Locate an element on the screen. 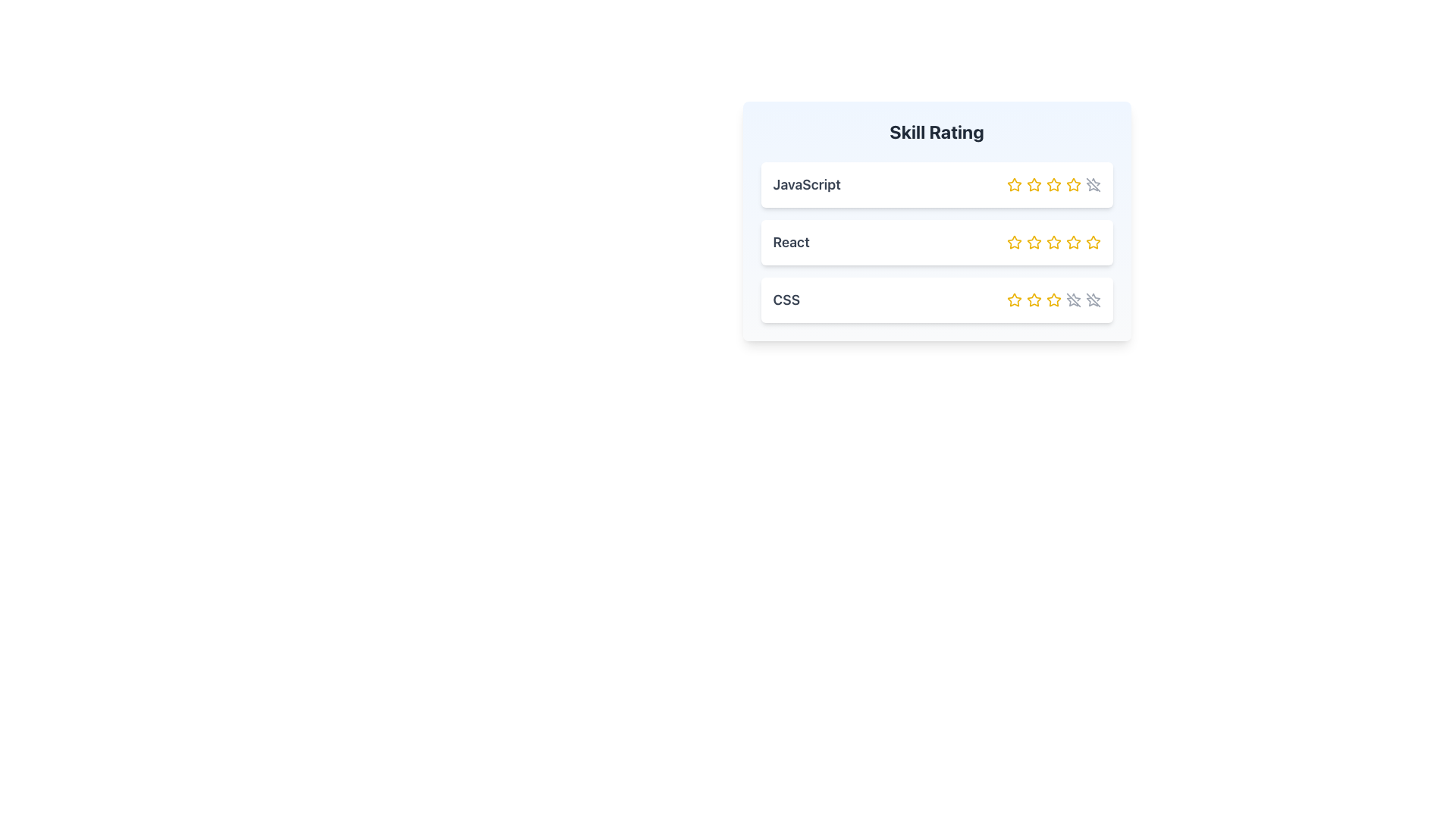  the second interactive star in the 'Skill Rating' card for 'React' is located at coordinates (1033, 242).